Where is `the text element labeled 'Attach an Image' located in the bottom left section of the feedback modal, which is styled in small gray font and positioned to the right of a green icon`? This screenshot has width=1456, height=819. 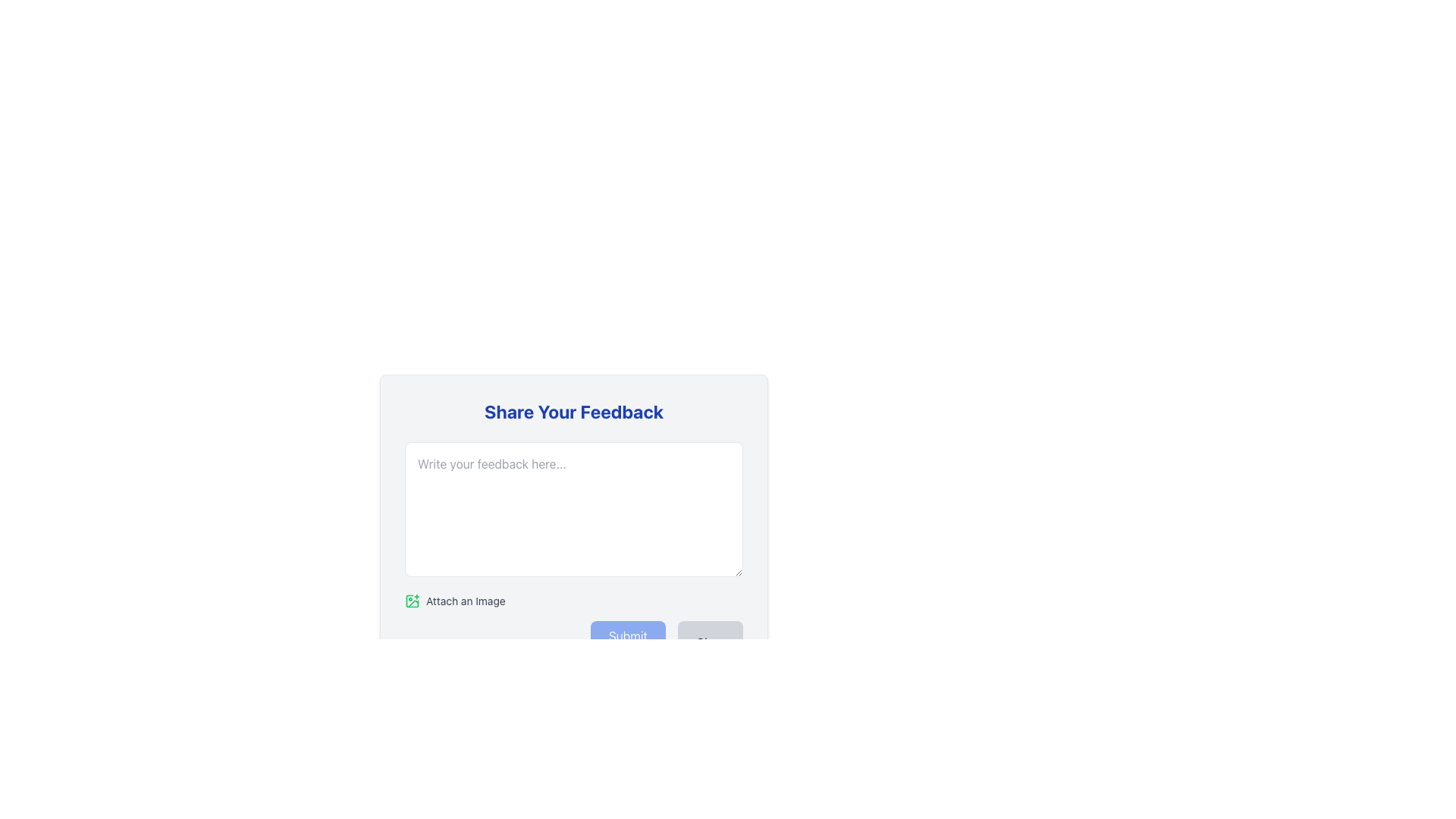
the text element labeled 'Attach an Image' located in the bottom left section of the feedback modal, which is styled in small gray font and positioned to the right of a green icon is located at coordinates (465, 601).